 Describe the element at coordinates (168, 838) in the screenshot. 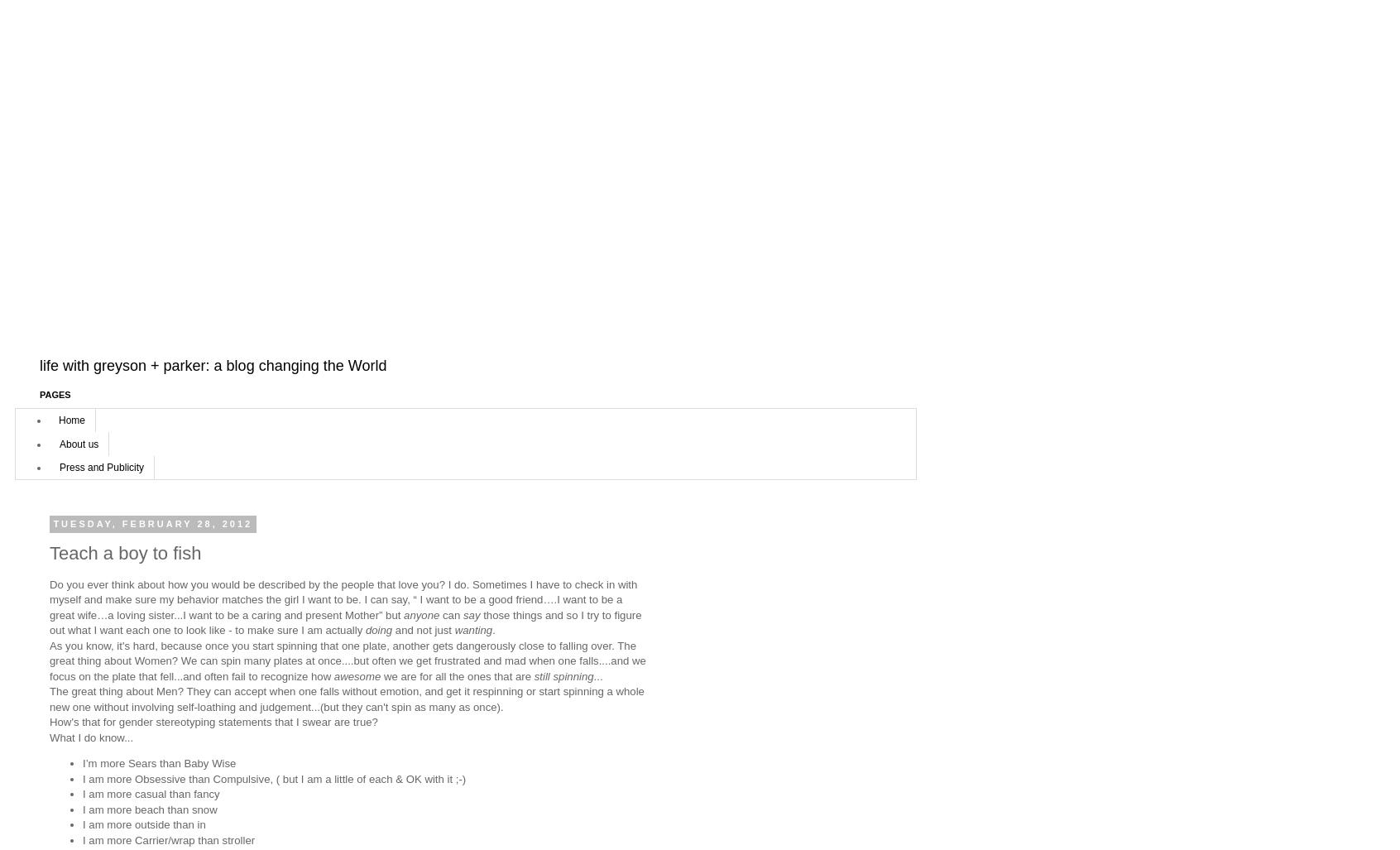

I see `'I am more Carrier/wrap than stroller'` at that location.